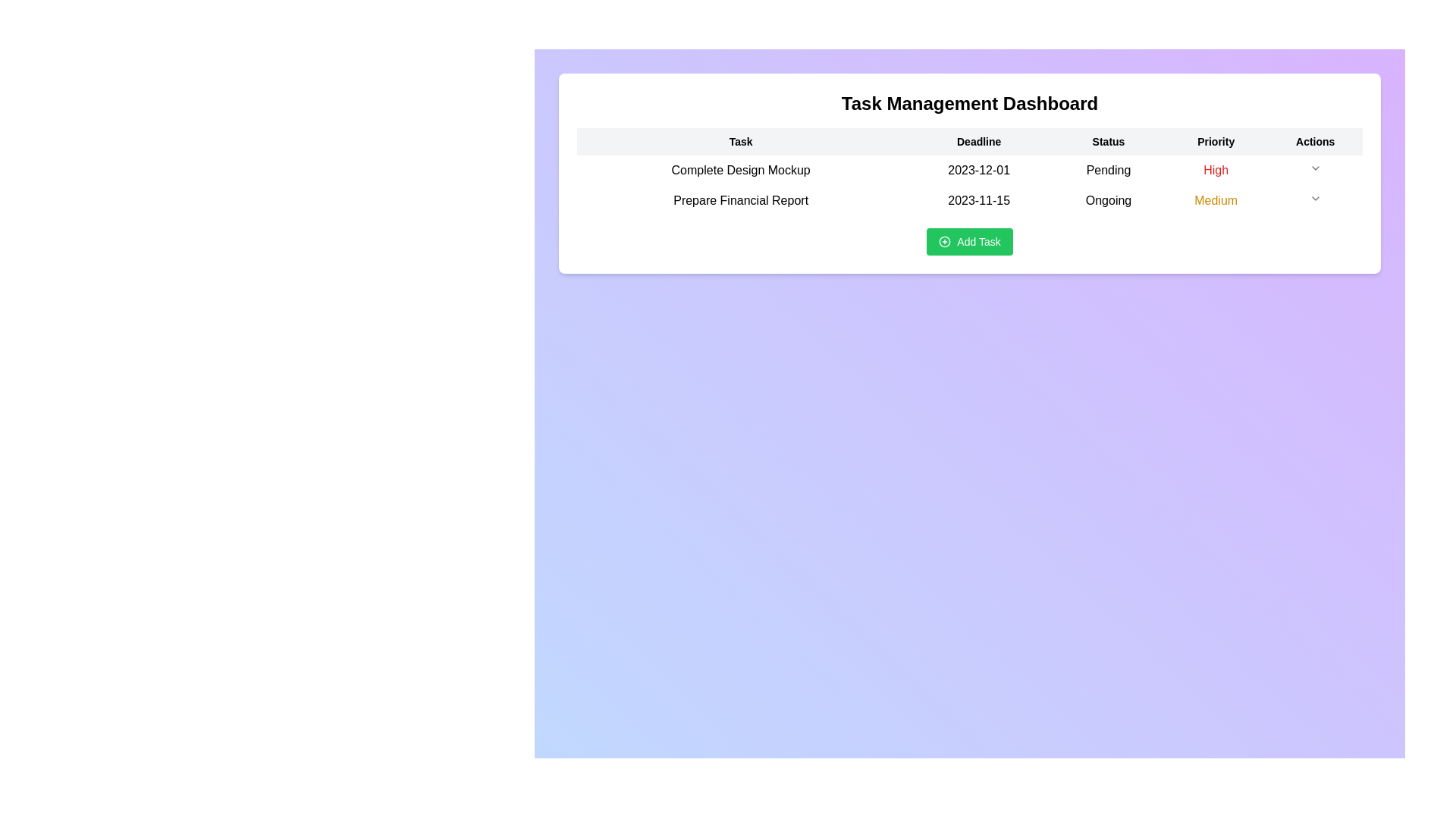 Image resolution: width=1456 pixels, height=819 pixels. Describe the element at coordinates (968, 141) in the screenshot. I see `headers from the table header row in the task management dashboard, which includes 'Task', 'Deadline', 'Status', 'Priority', and 'Actions'` at that location.